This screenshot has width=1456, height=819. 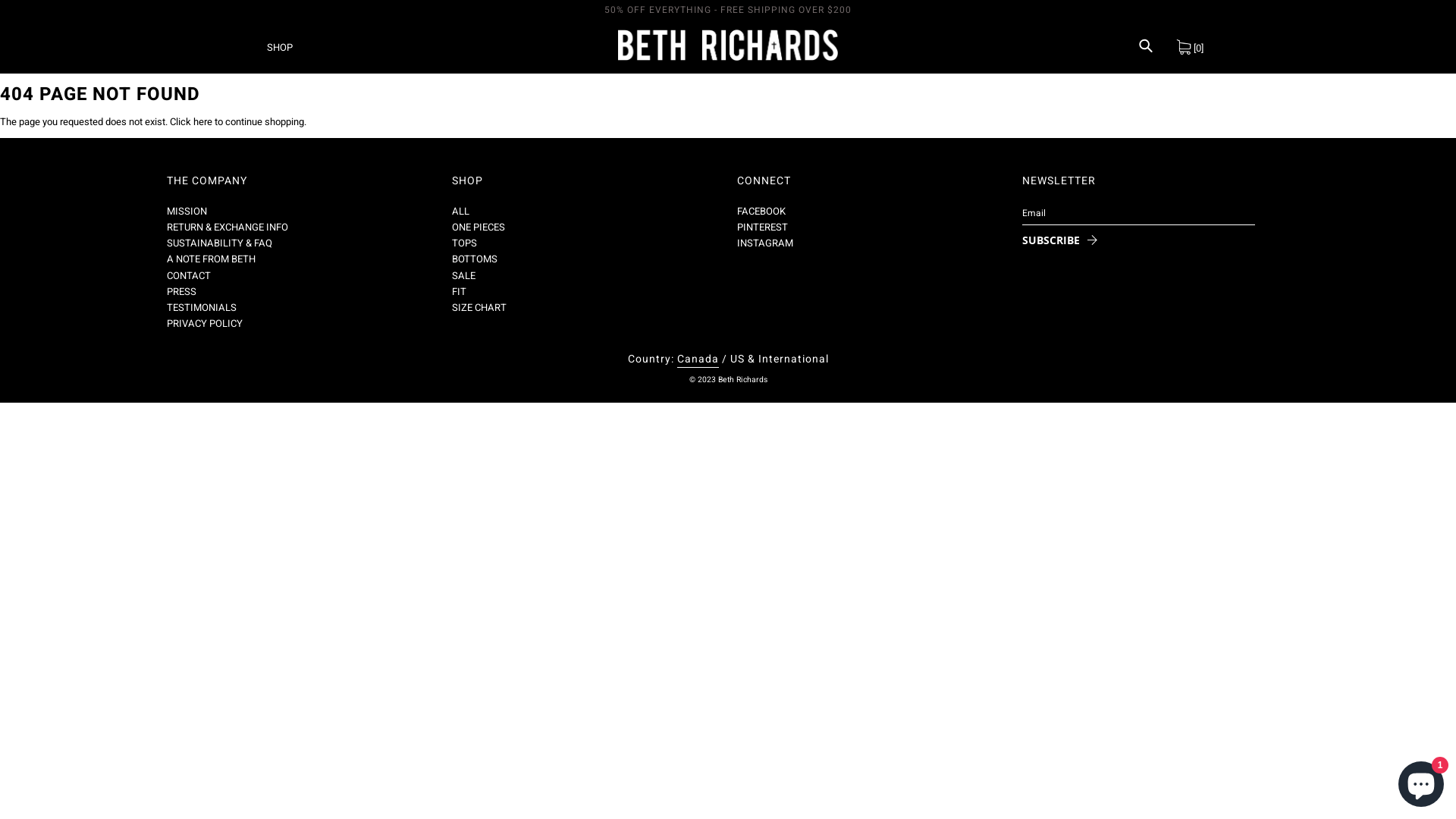 I want to click on 'TOPS', so click(x=463, y=242).